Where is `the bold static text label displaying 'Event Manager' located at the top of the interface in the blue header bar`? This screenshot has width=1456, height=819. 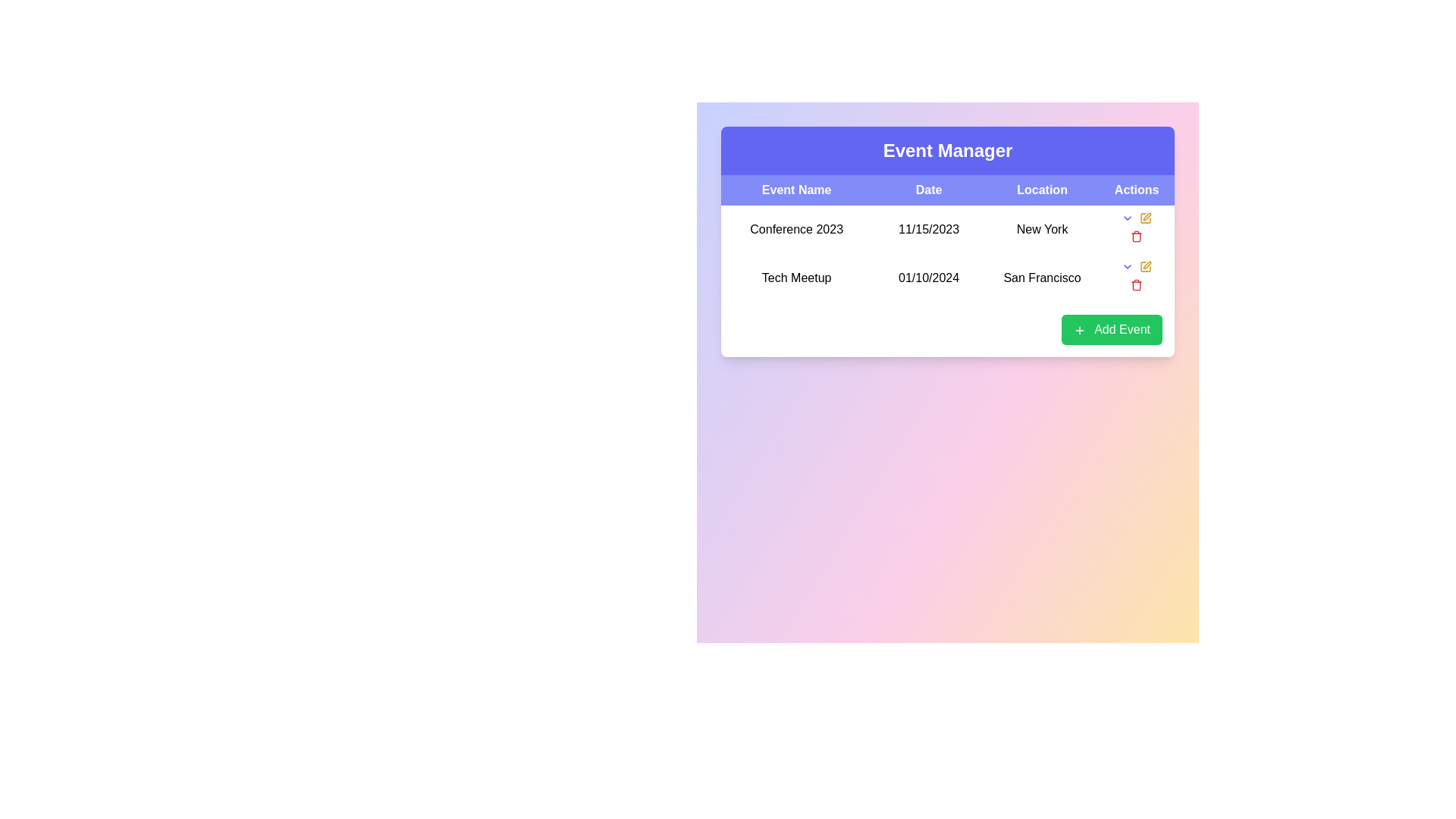 the bold static text label displaying 'Event Manager' located at the top of the interface in the blue header bar is located at coordinates (946, 151).